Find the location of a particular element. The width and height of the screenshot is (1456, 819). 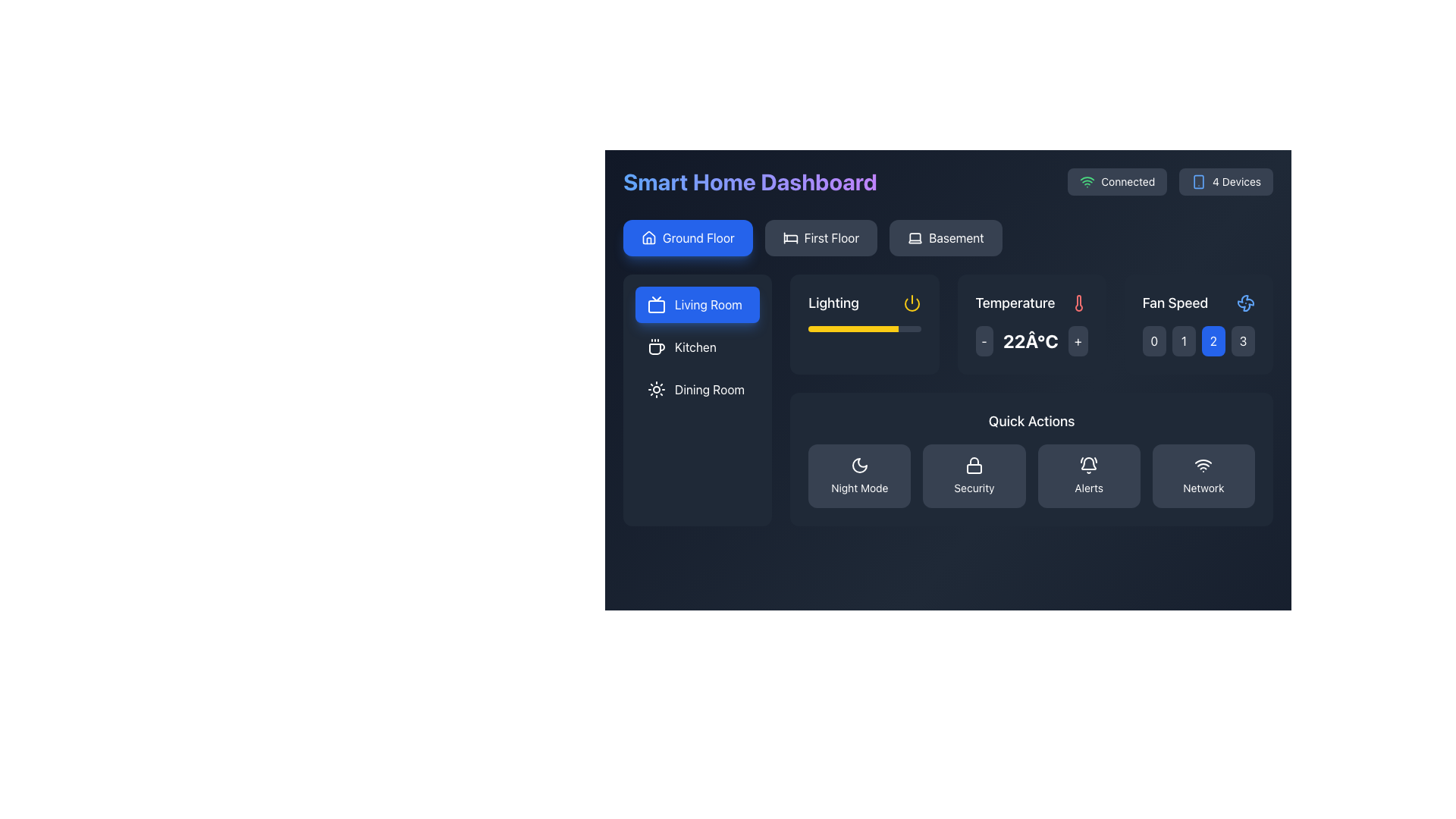

the temperature setting label located centrally between the '-' and '+' buttons in the upper-right quadrant of the main interface is located at coordinates (1031, 341).